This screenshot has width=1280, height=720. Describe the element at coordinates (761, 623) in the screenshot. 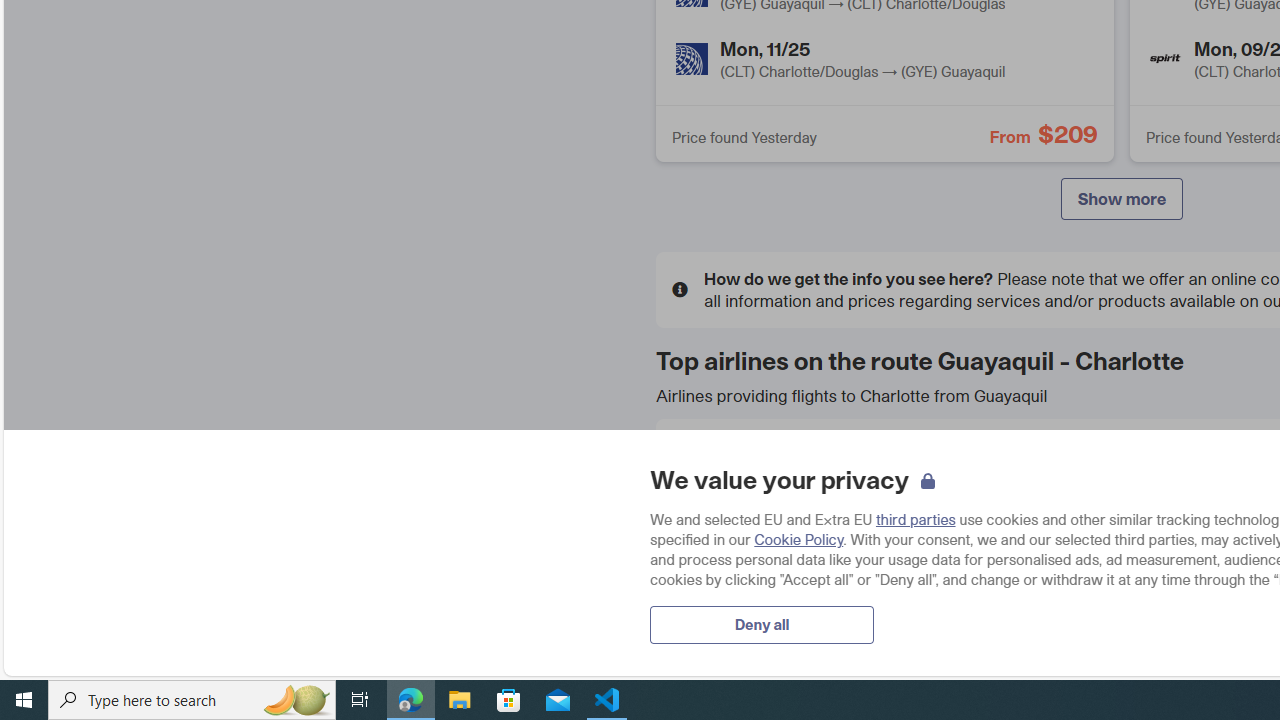

I see `'Deny all'` at that location.